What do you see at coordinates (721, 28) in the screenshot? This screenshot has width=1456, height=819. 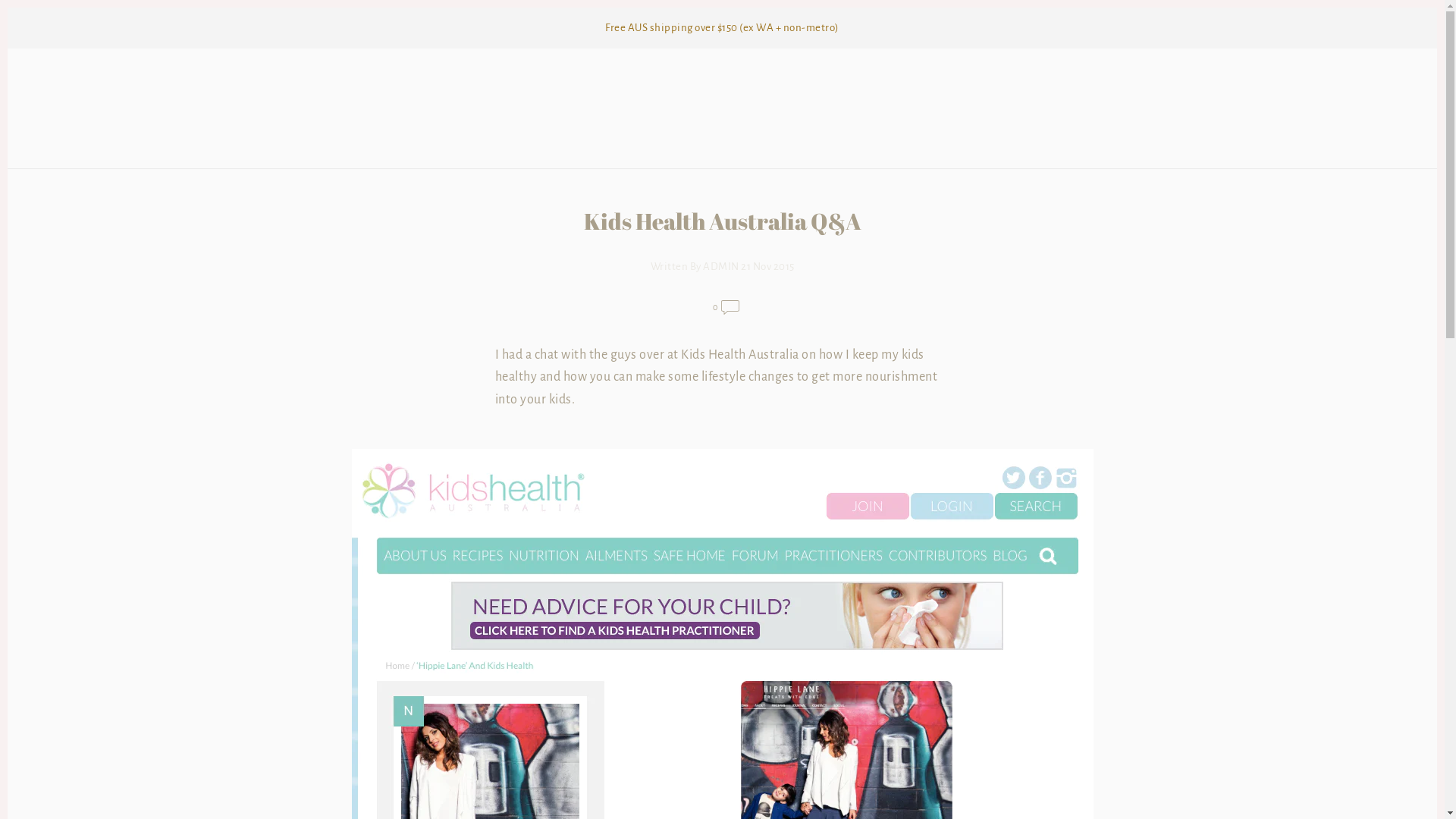 I see `'Free AUS shipping over $150 (ex WA + non-metro)'` at bounding box center [721, 28].